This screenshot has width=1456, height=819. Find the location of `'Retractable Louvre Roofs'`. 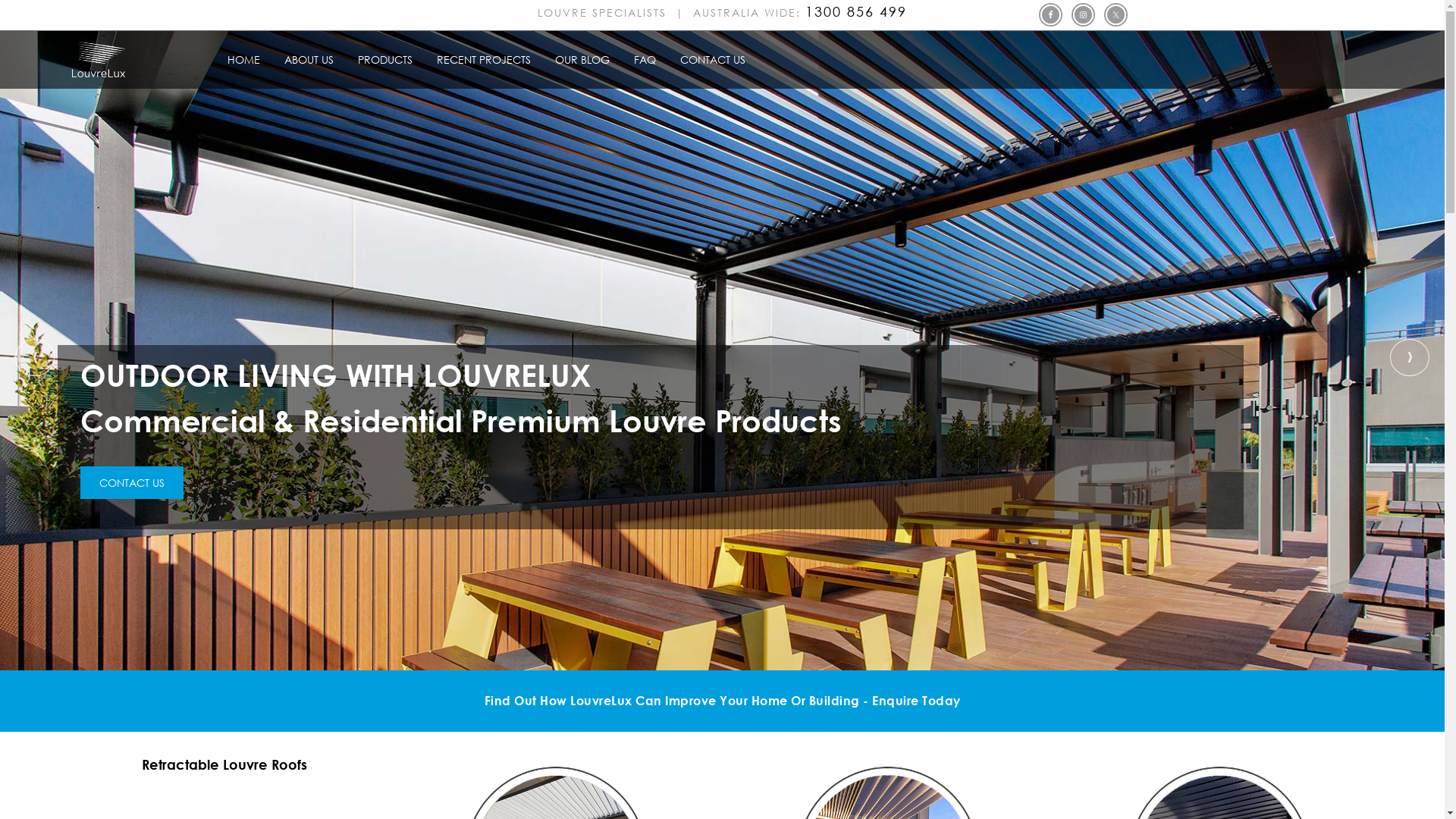

'Retractable Louvre Roofs' is located at coordinates (224, 764).